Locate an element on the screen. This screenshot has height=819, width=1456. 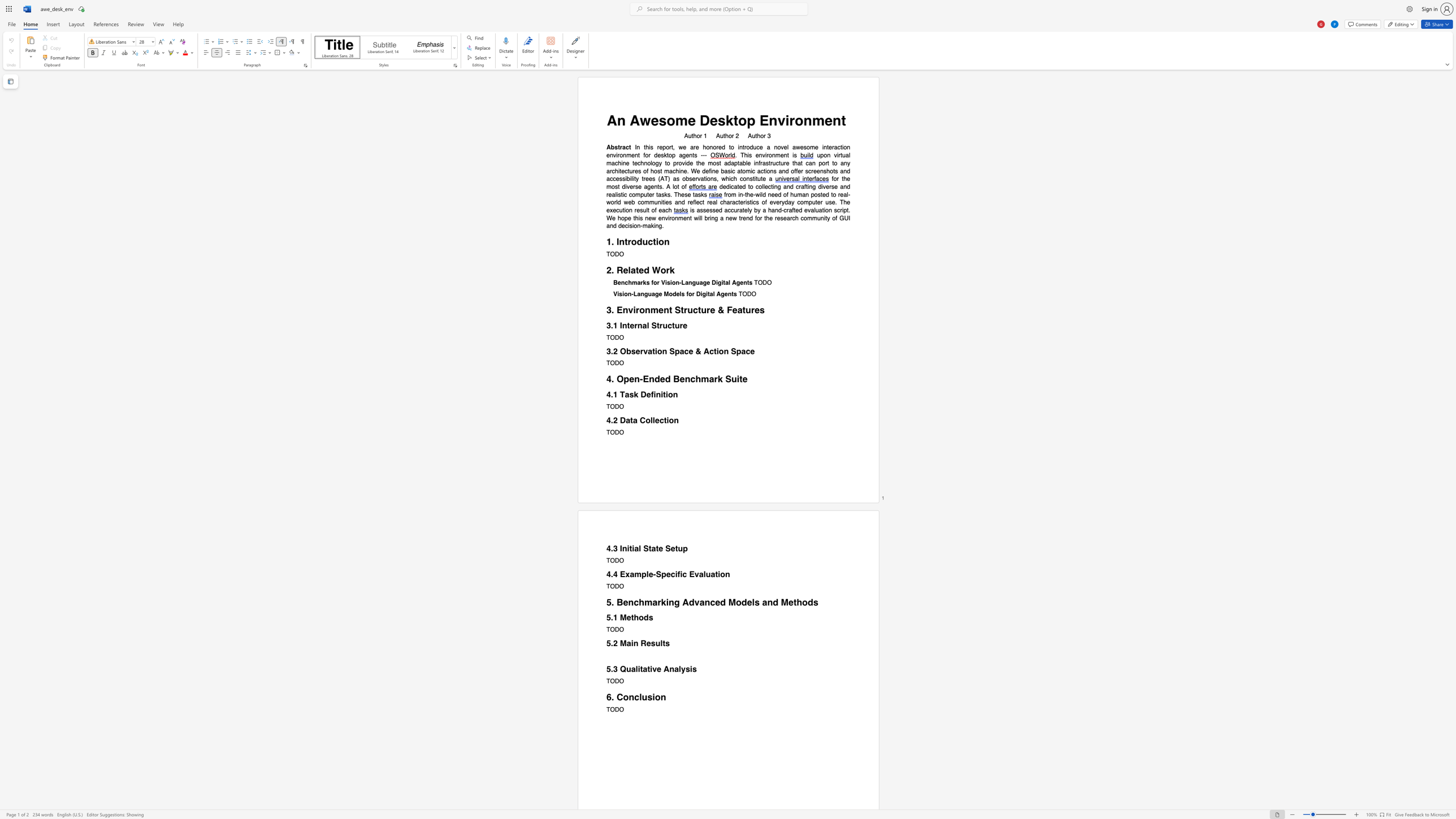
the subset text "ts" within the text "Benchmarks for Vision-Language Digital Agents" is located at coordinates (747, 283).